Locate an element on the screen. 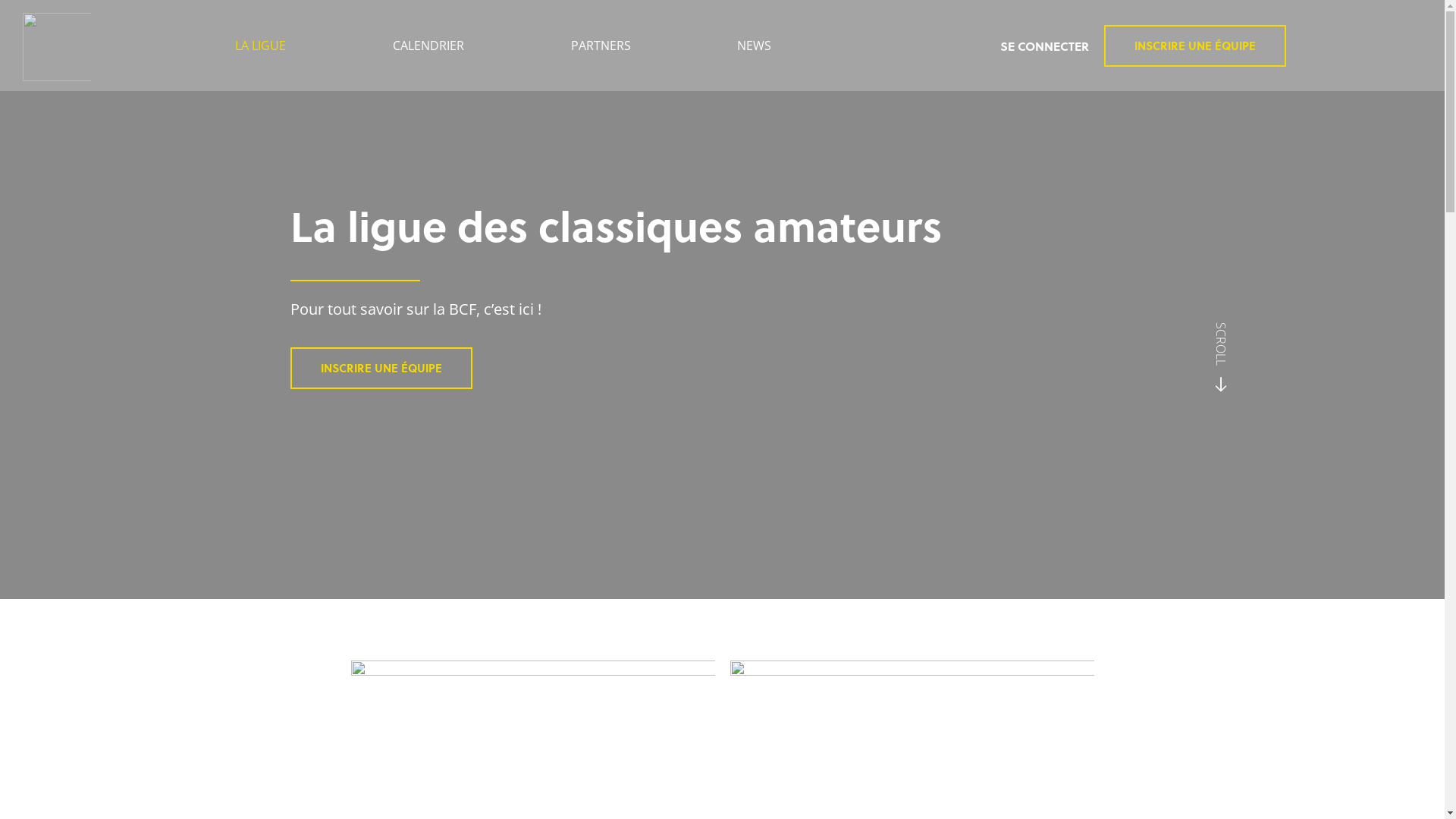  'LA LIGUE' is located at coordinates (182, 45).